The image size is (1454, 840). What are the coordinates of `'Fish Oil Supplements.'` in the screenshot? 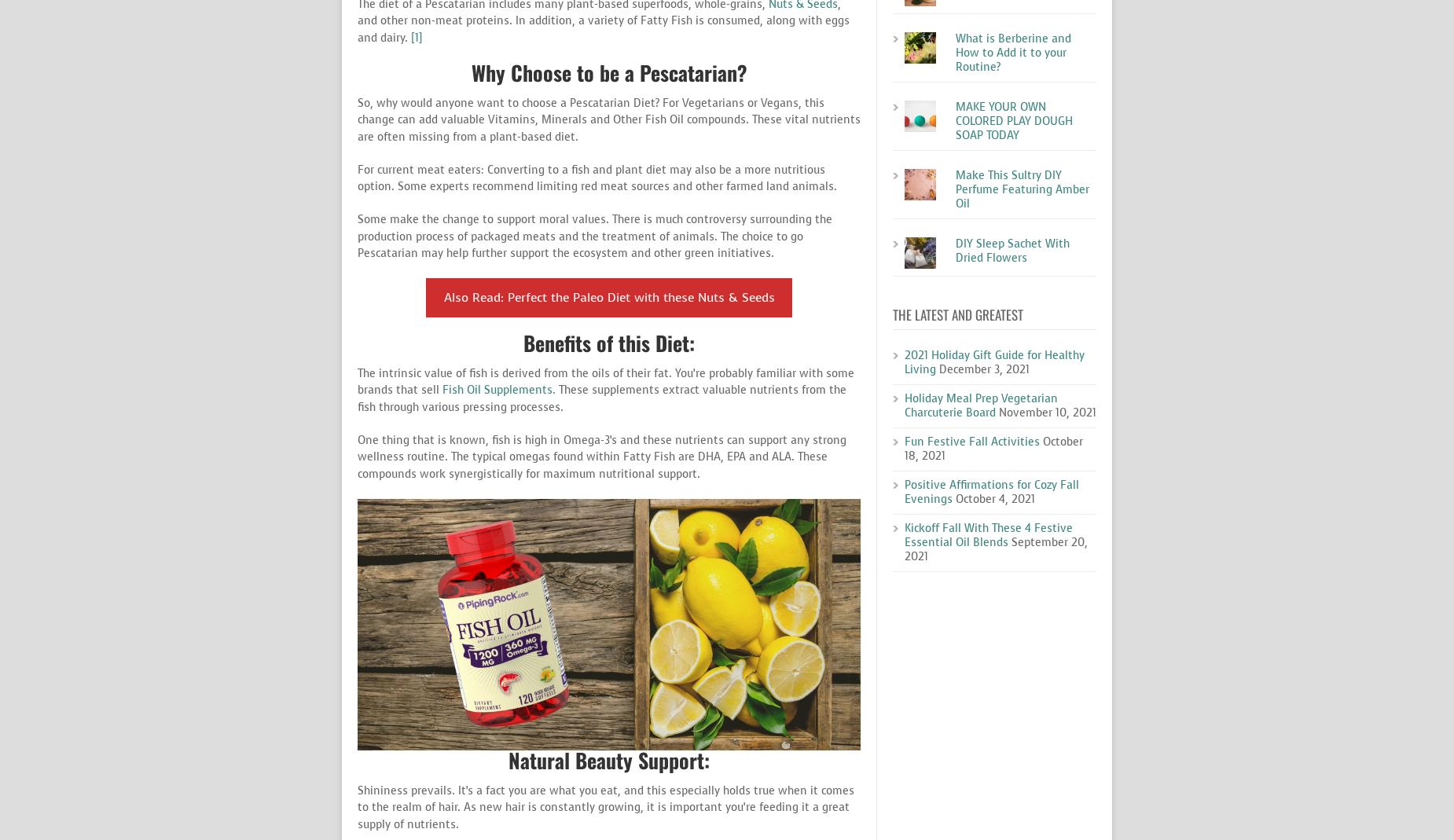 It's located at (498, 389).